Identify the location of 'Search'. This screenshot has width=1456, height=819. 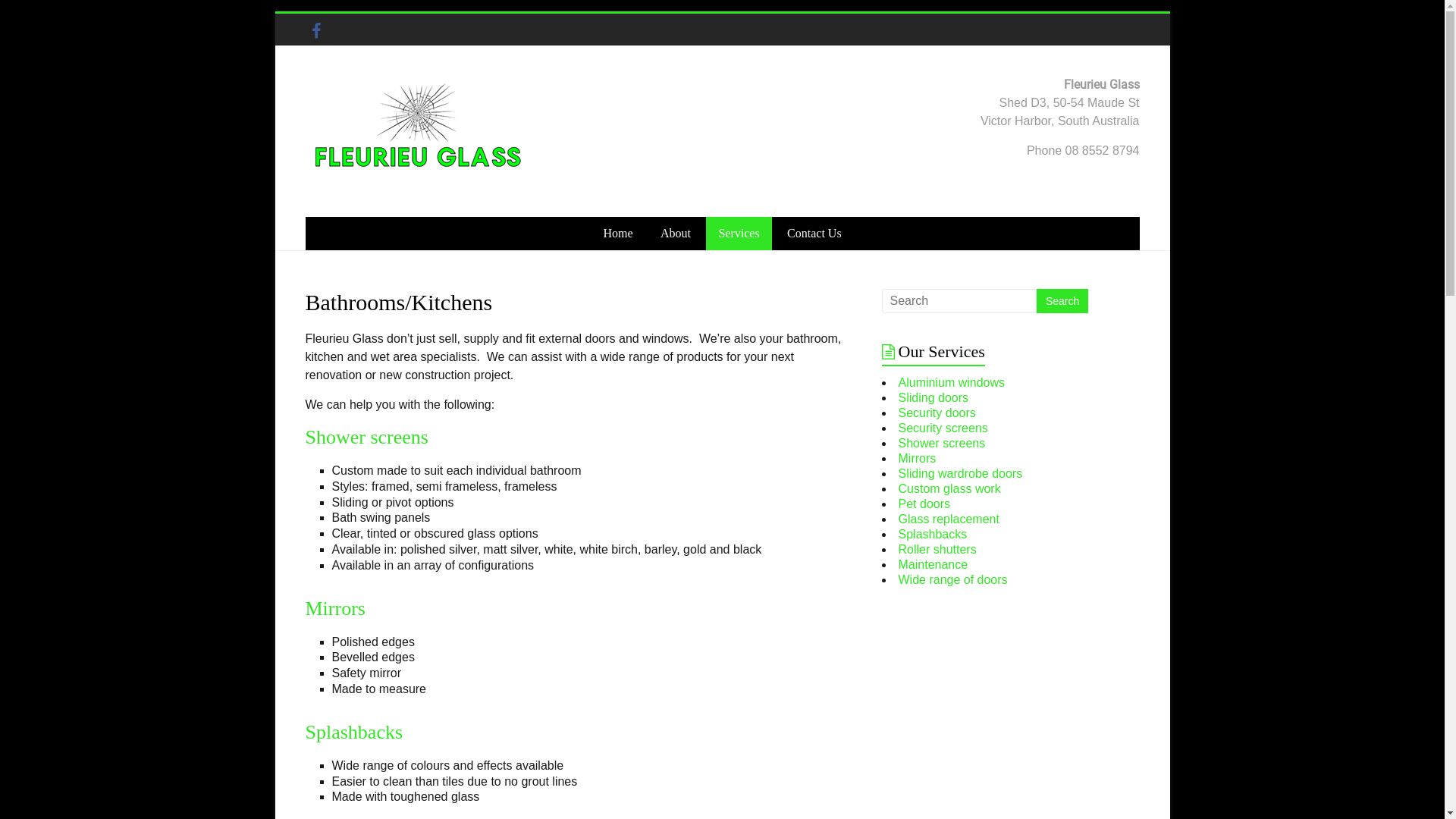
(1062, 301).